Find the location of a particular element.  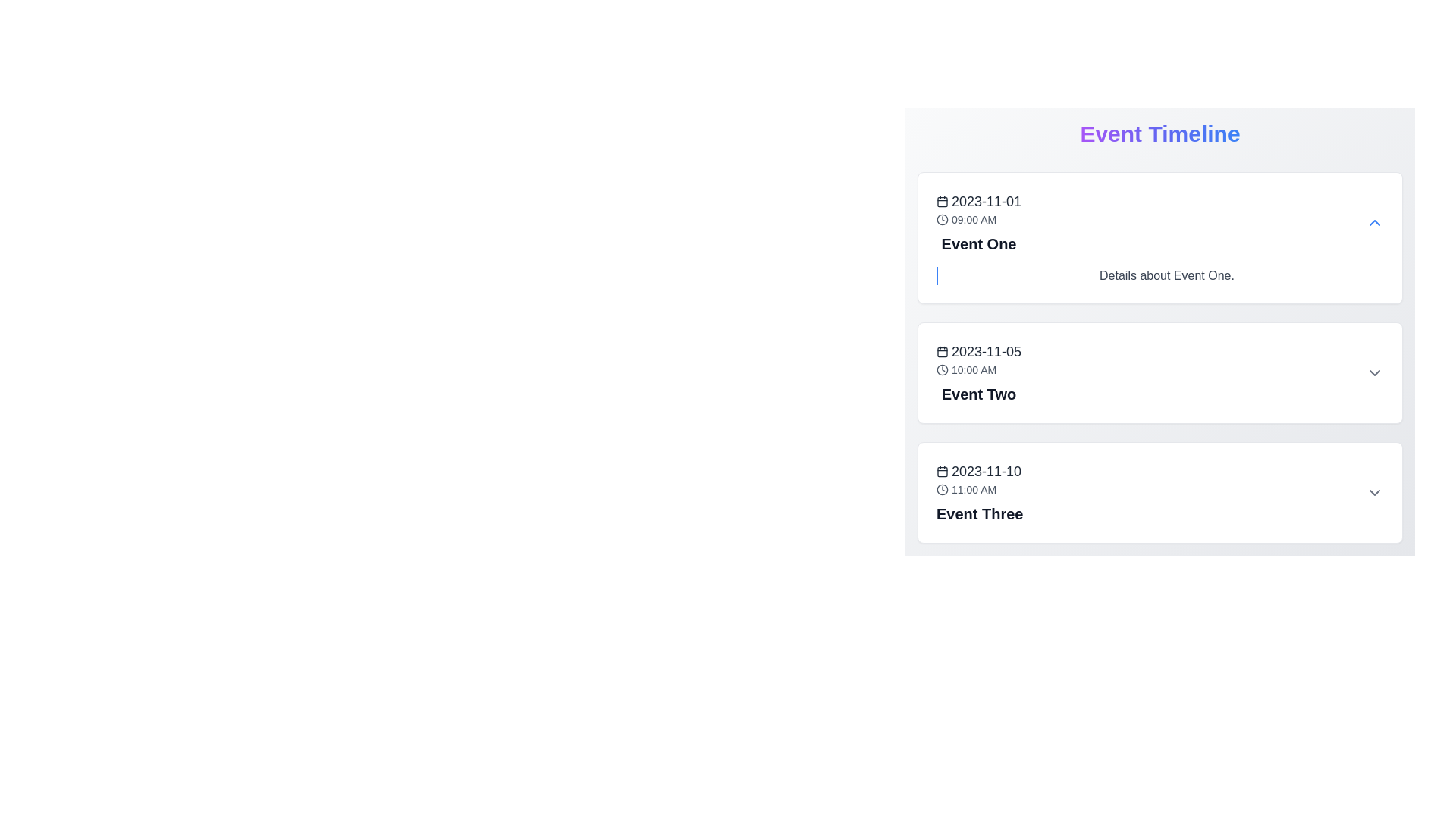

the small clock icon with a minimalist design located to the left of the text '11:00 AM' in the 'Event Three' section of the timeline is located at coordinates (942, 489).